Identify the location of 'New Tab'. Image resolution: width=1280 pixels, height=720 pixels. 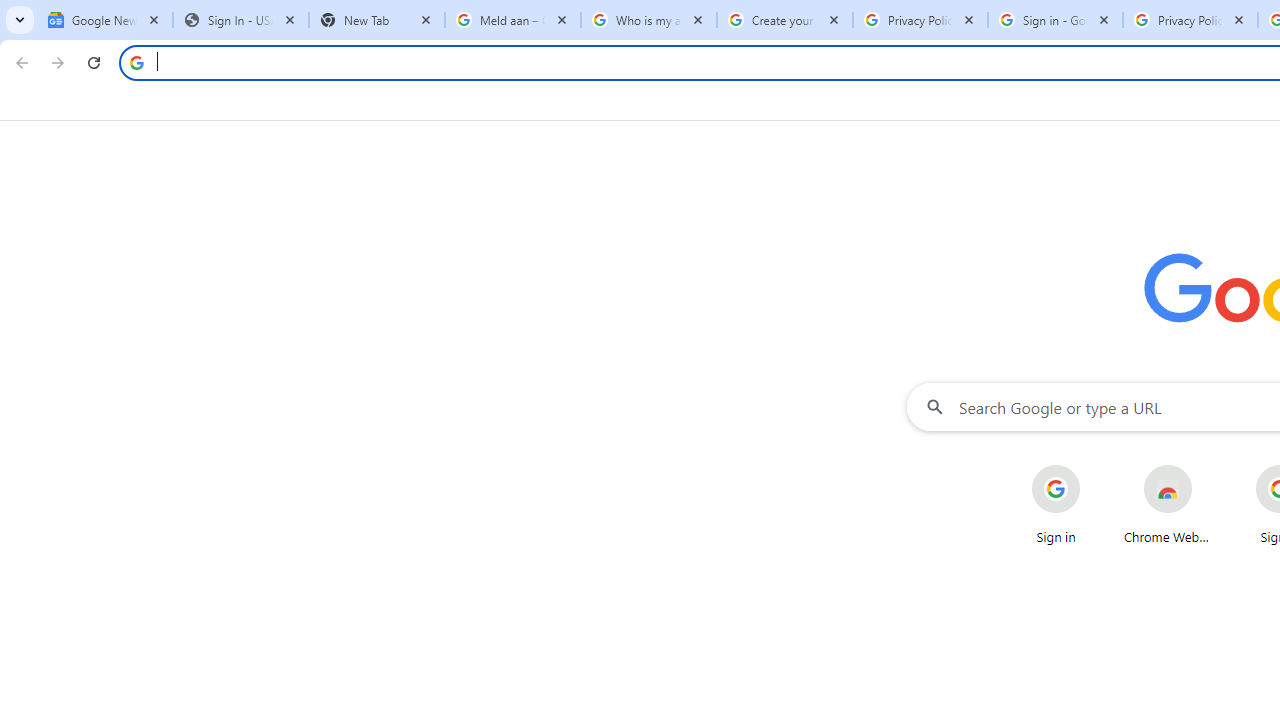
(376, 20).